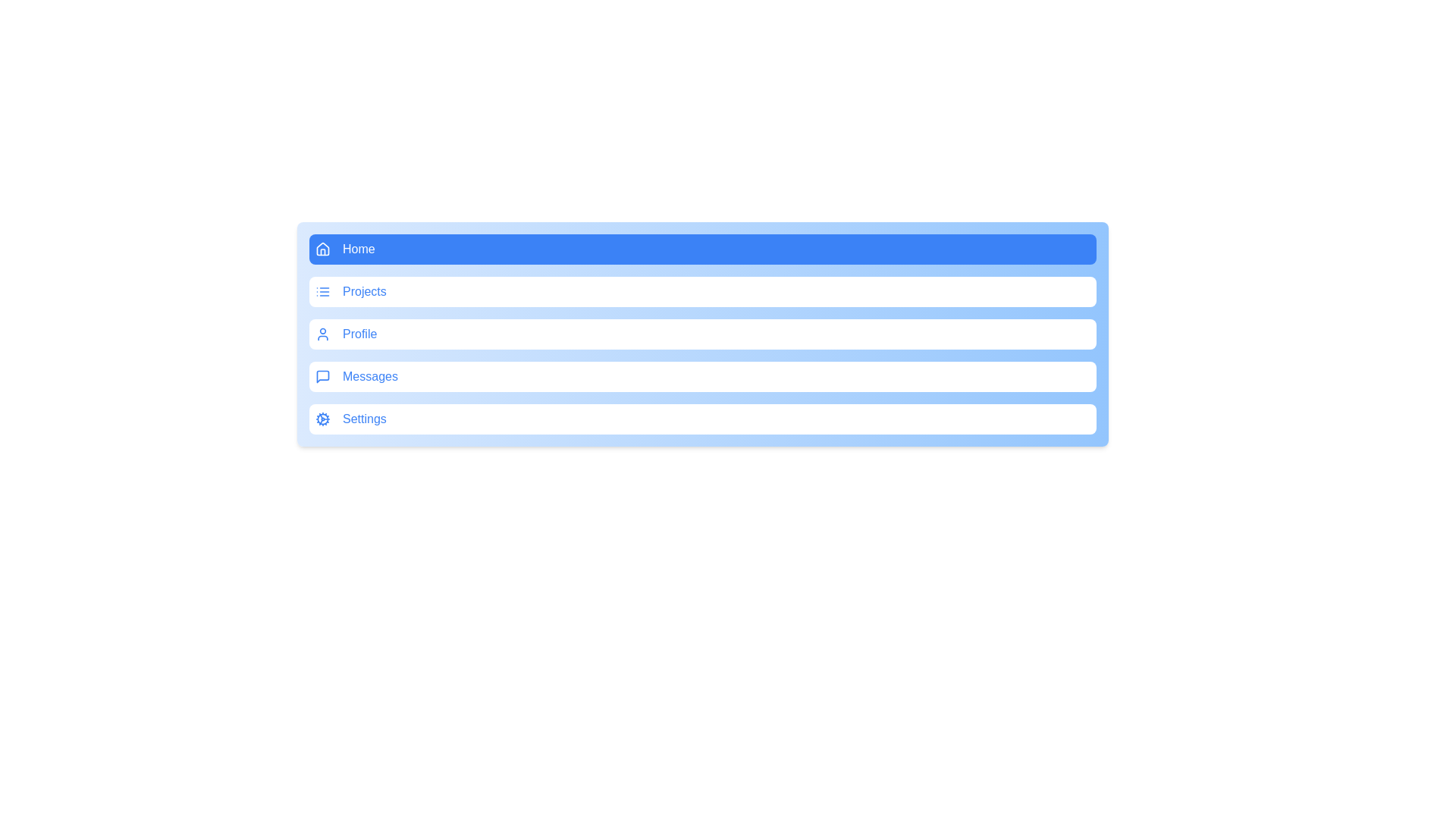 The width and height of the screenshot is (1456, 819). I want to click on the navigation item labeled Projects, so click(701, 292).